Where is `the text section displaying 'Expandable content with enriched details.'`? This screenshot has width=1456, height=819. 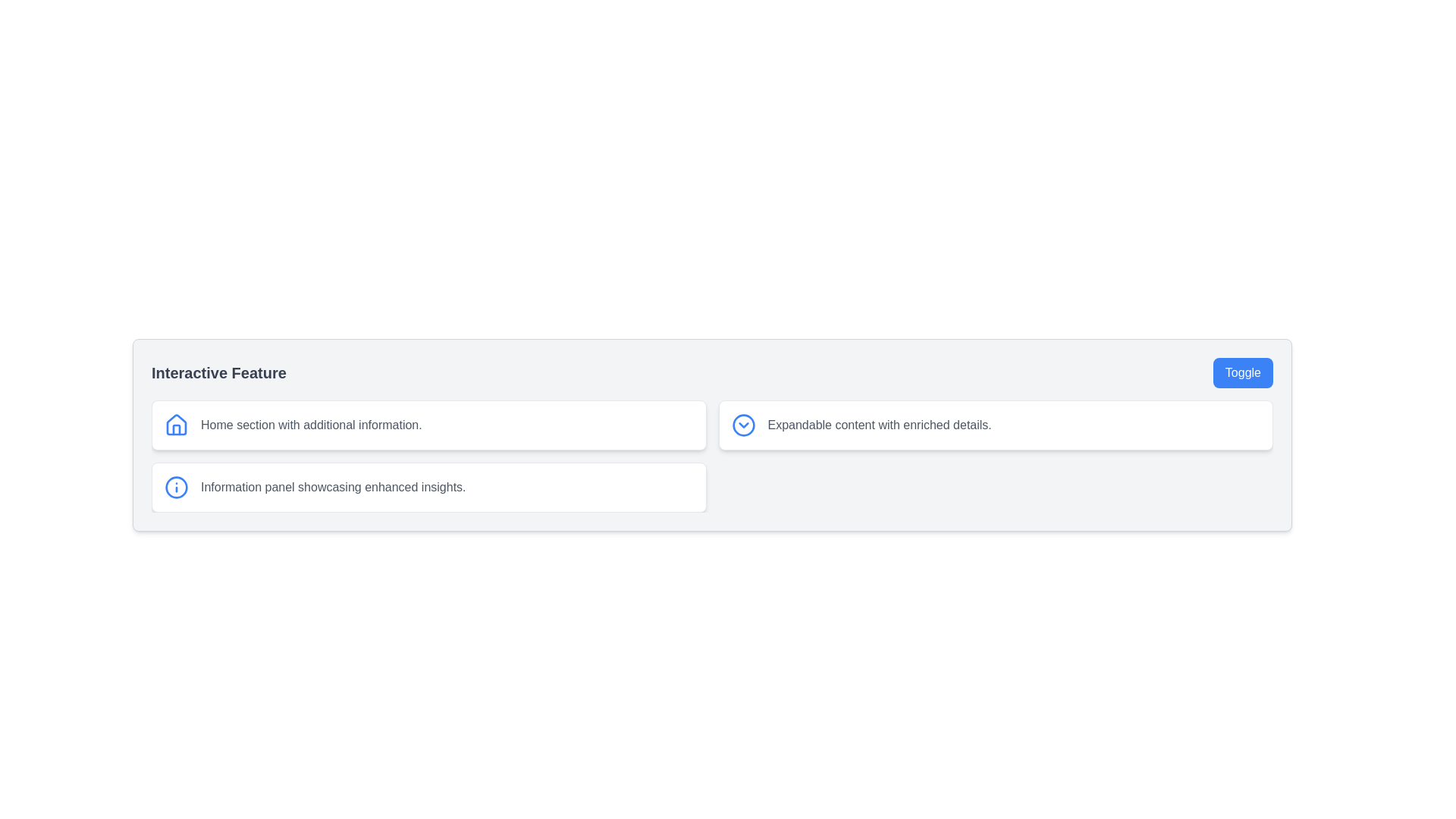 the text section displaying 'Expandable content with enriched details.' is located at coordinates (880, 425).